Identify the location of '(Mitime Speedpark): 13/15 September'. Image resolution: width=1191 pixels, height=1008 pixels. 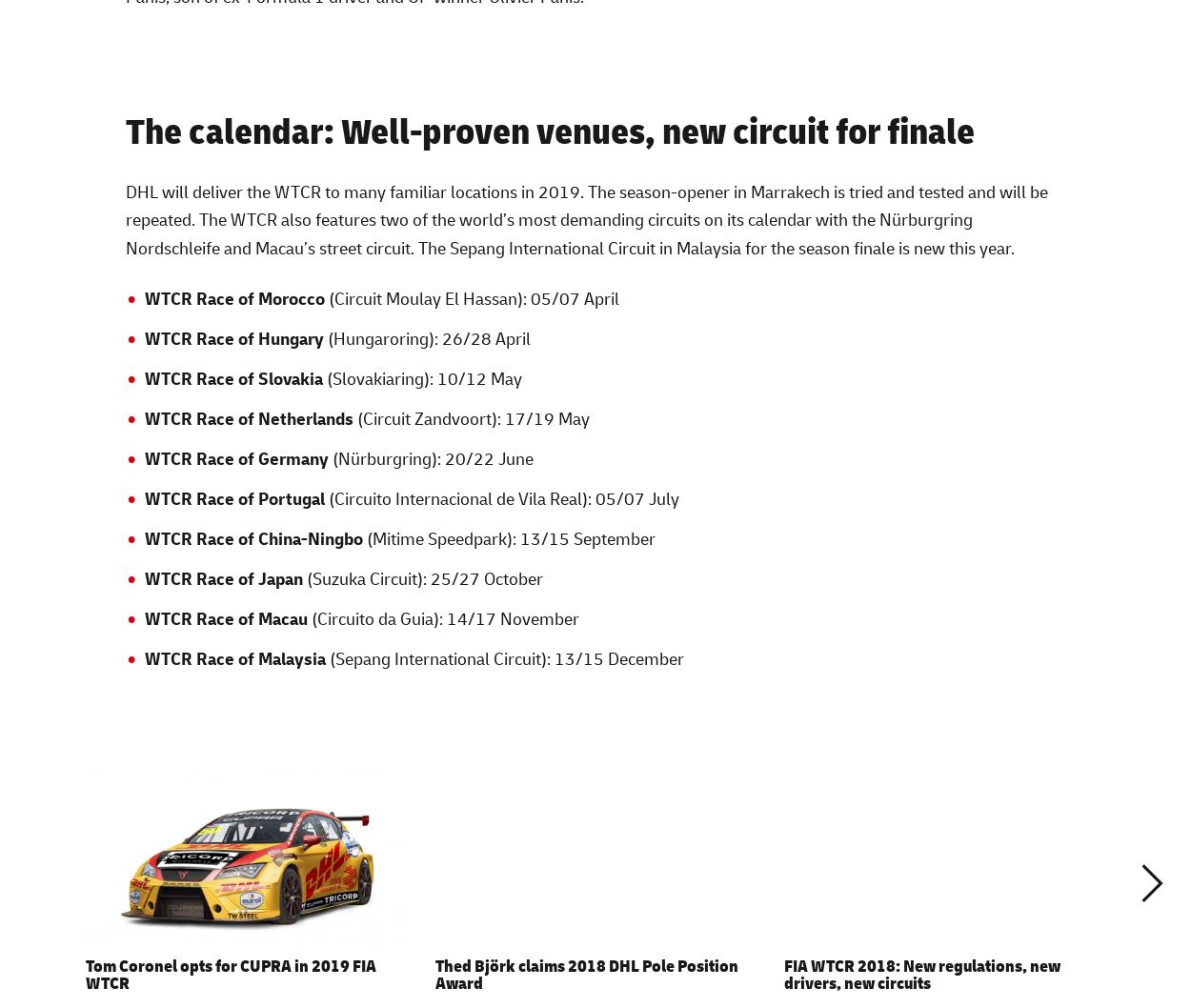
(508, 537).